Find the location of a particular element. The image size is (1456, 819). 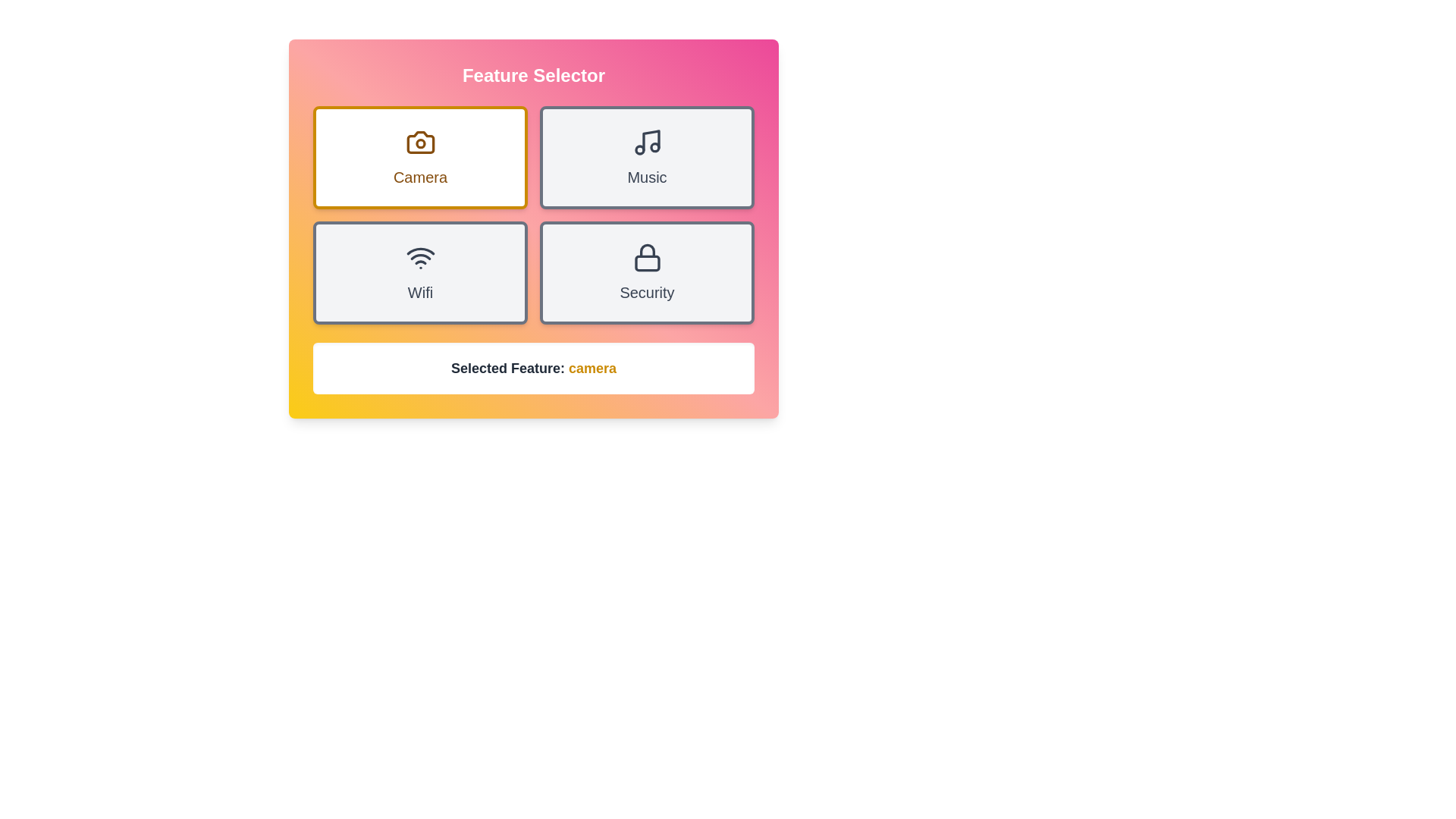

the 'WiFi' button located in the bottom-left position of the grid layout, below the 'Camera' element and to the left of the 'Security' element, to observe any visual effects is located at coordinates (420, 271).